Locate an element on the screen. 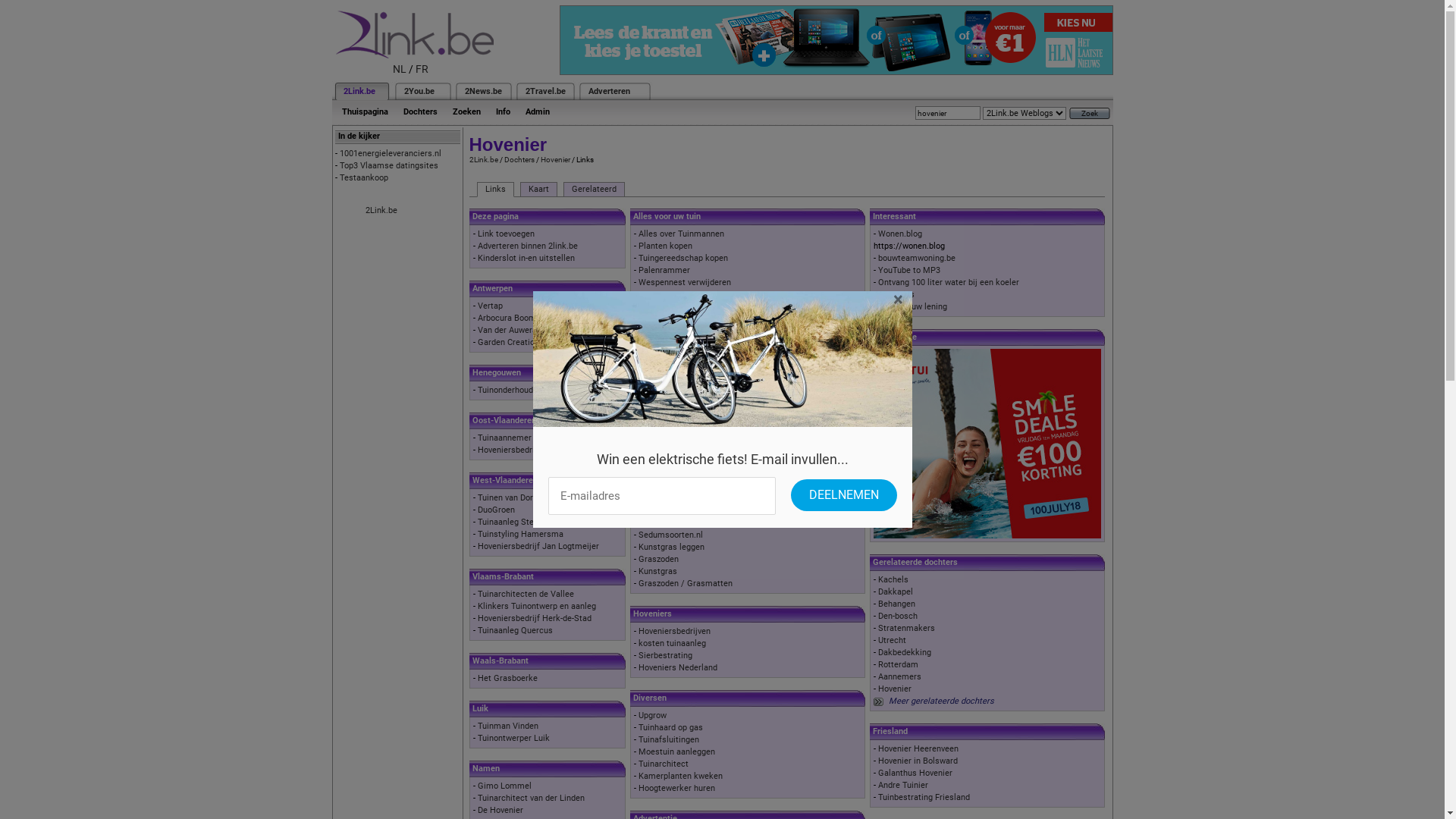 The image size is (1456, 819). 'bouwteamwoning.be' is located at coordinates (916, 257).